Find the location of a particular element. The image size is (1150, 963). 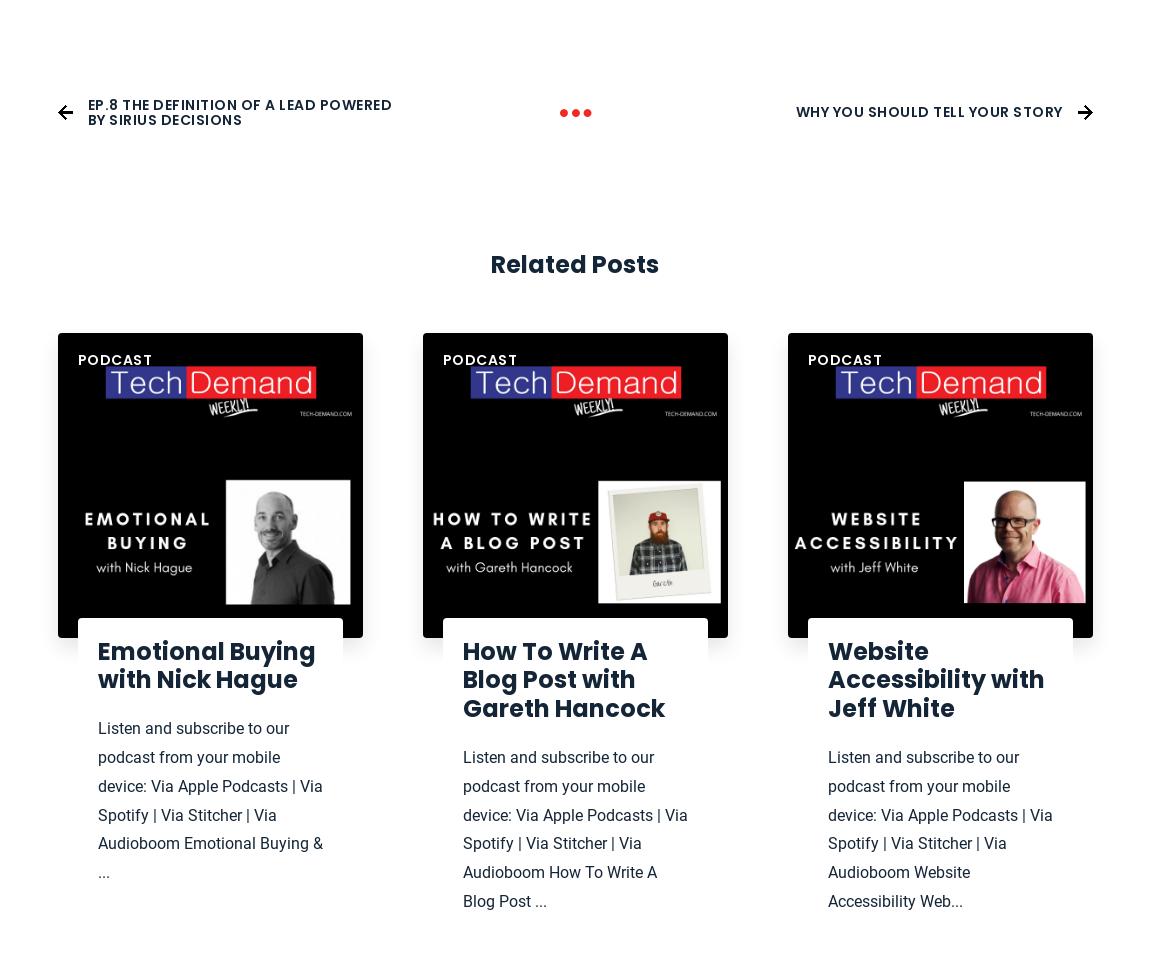

'Ep.8 The Definition of a Lead powered by Sirius Decisions' is located at coordinates (238, 110).